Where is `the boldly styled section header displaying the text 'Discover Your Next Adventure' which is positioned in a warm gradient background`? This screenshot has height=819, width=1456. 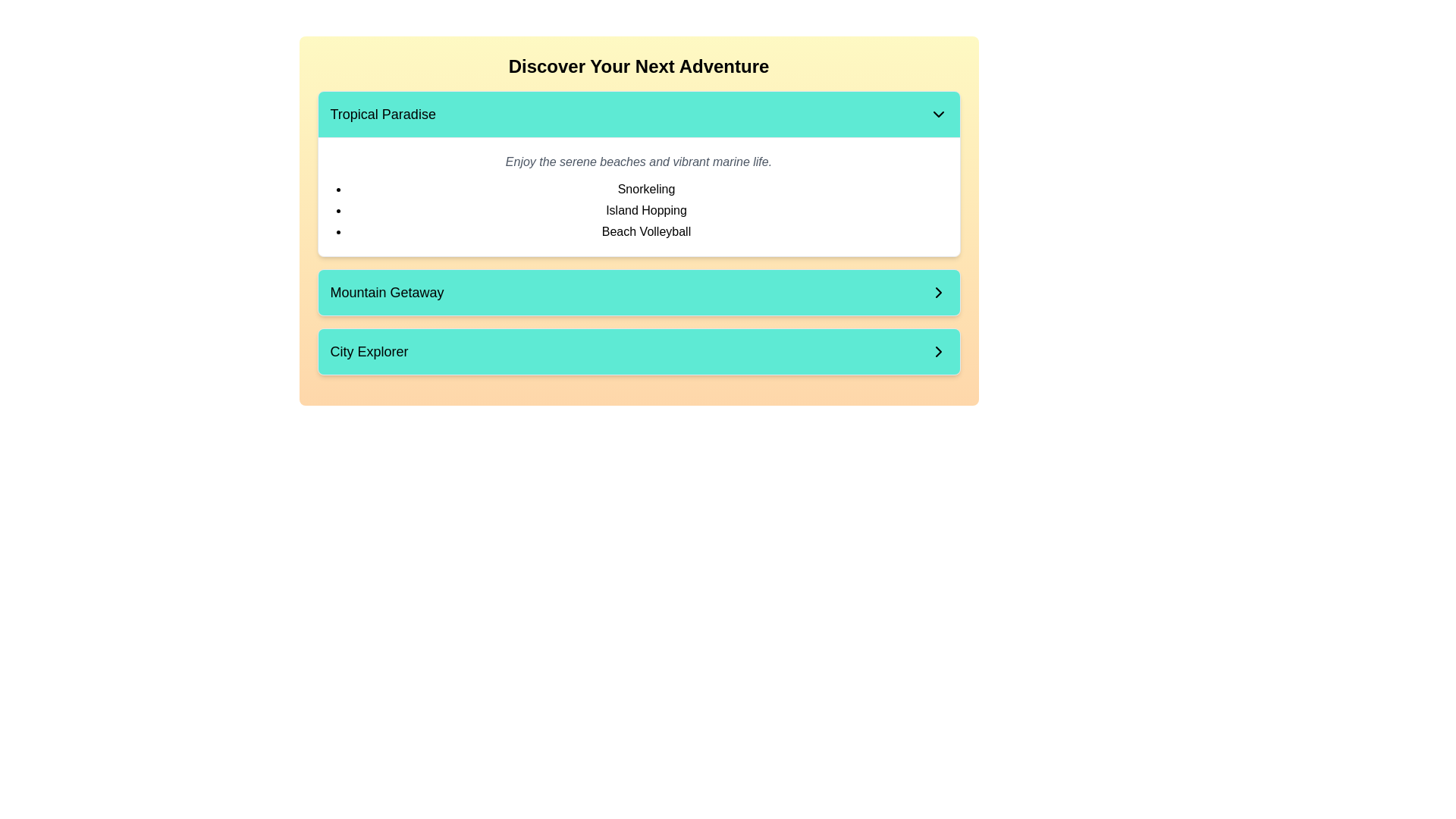
the boldly styled section header displaying the text 'Discover Your Next Adventure' which is positioned in a warm gradient background is located at coordinates (639, 221).